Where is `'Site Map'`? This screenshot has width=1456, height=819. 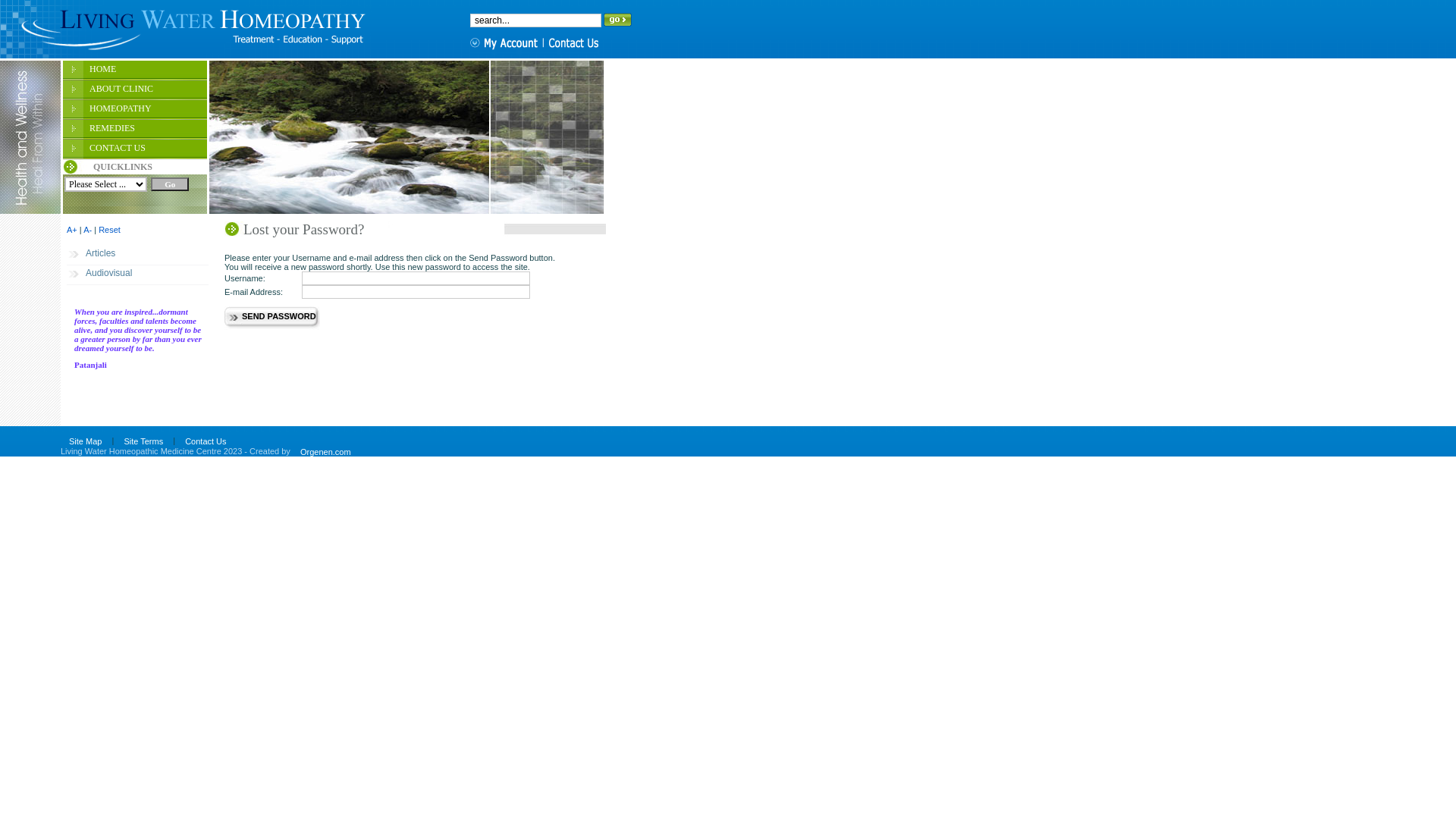 'Site Map' is located at coordinates (61, 441).